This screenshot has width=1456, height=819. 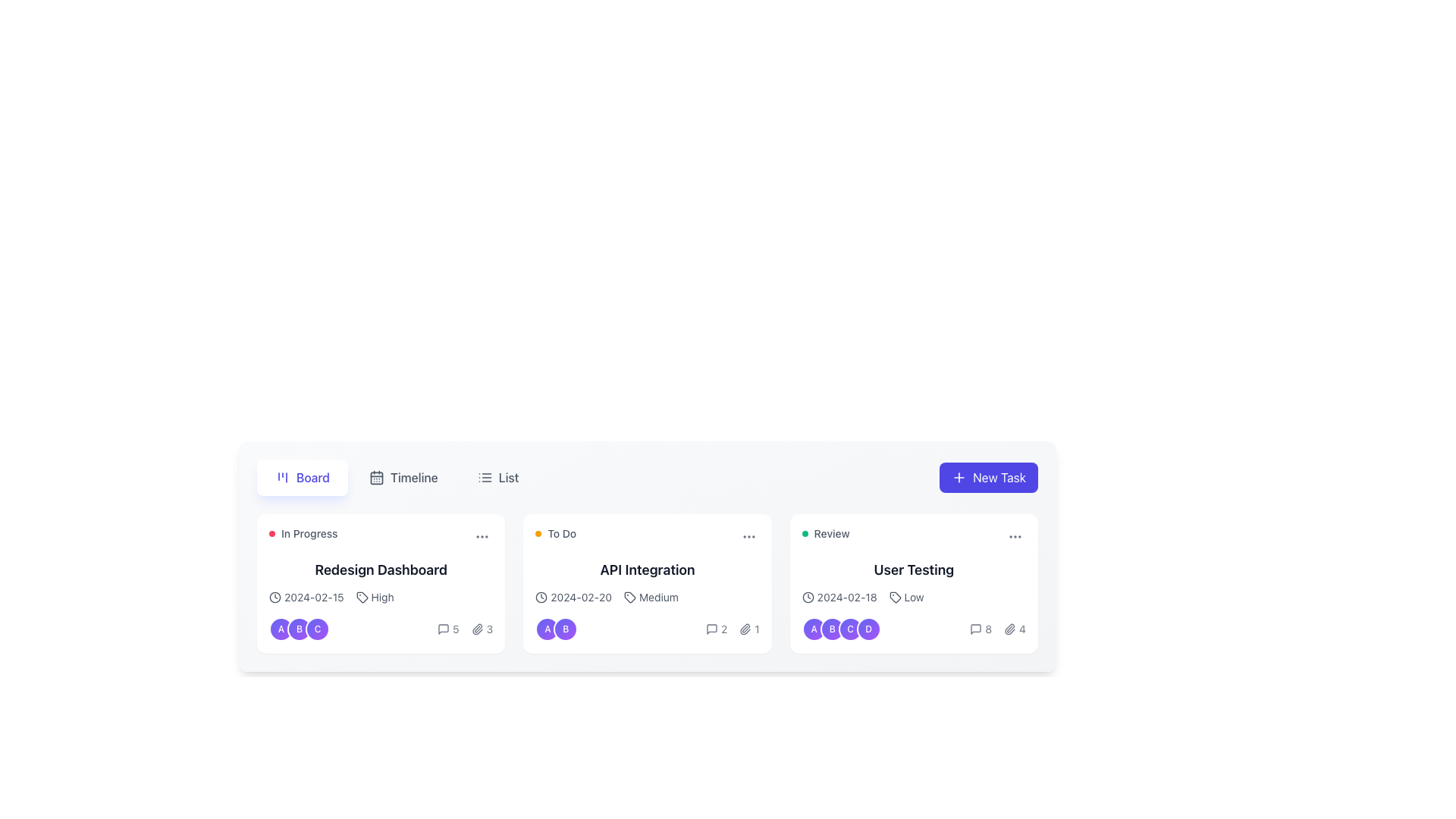 I want to click on the calendar icon located to the left of the 'Timeline' text in the top section of the interface, so click(x=376, y=476).